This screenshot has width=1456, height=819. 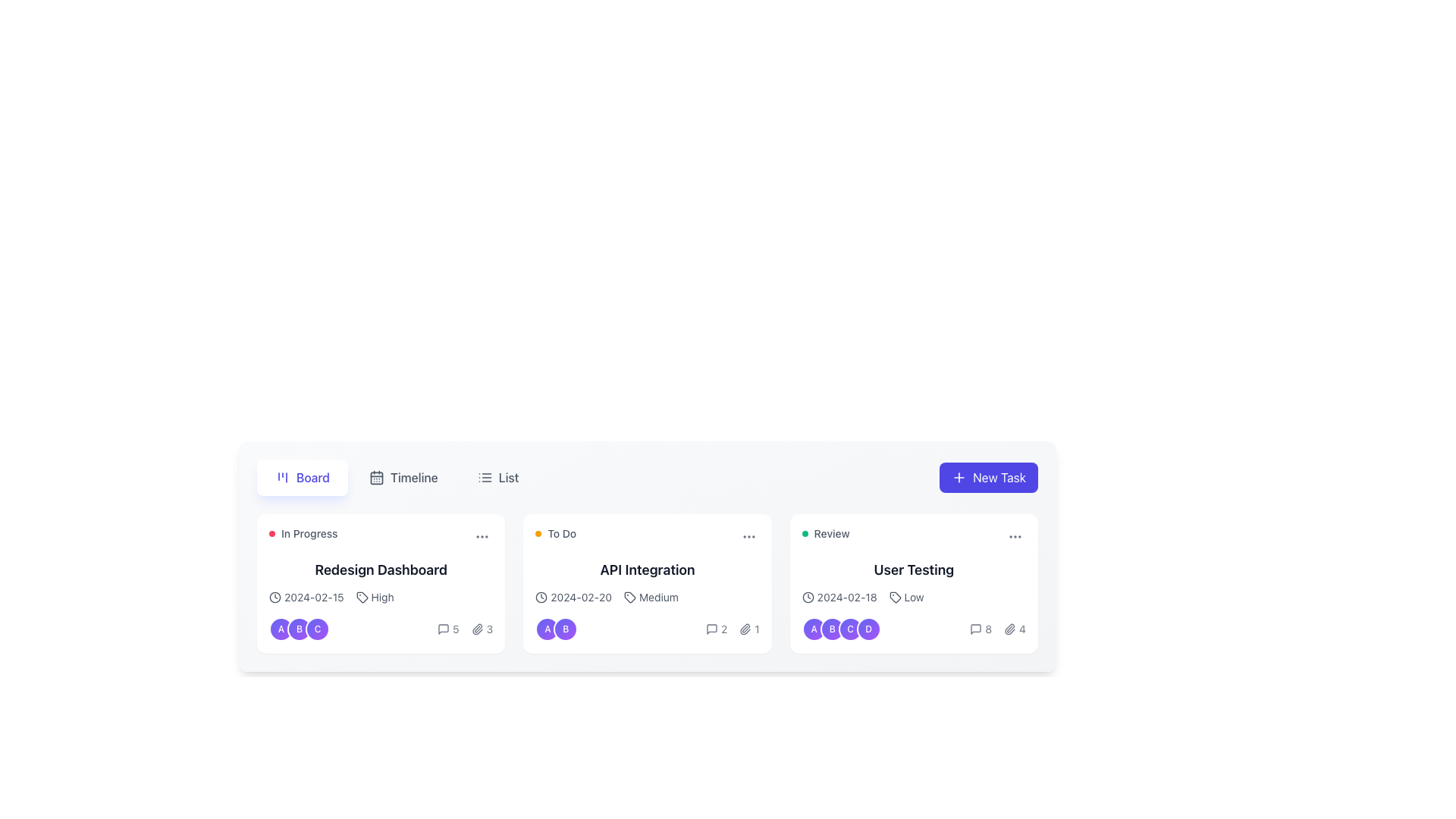 I want to click on the calendar icon located to the left of the 'Timeline' text in the top section of the interface, so click(x=376, y=476).